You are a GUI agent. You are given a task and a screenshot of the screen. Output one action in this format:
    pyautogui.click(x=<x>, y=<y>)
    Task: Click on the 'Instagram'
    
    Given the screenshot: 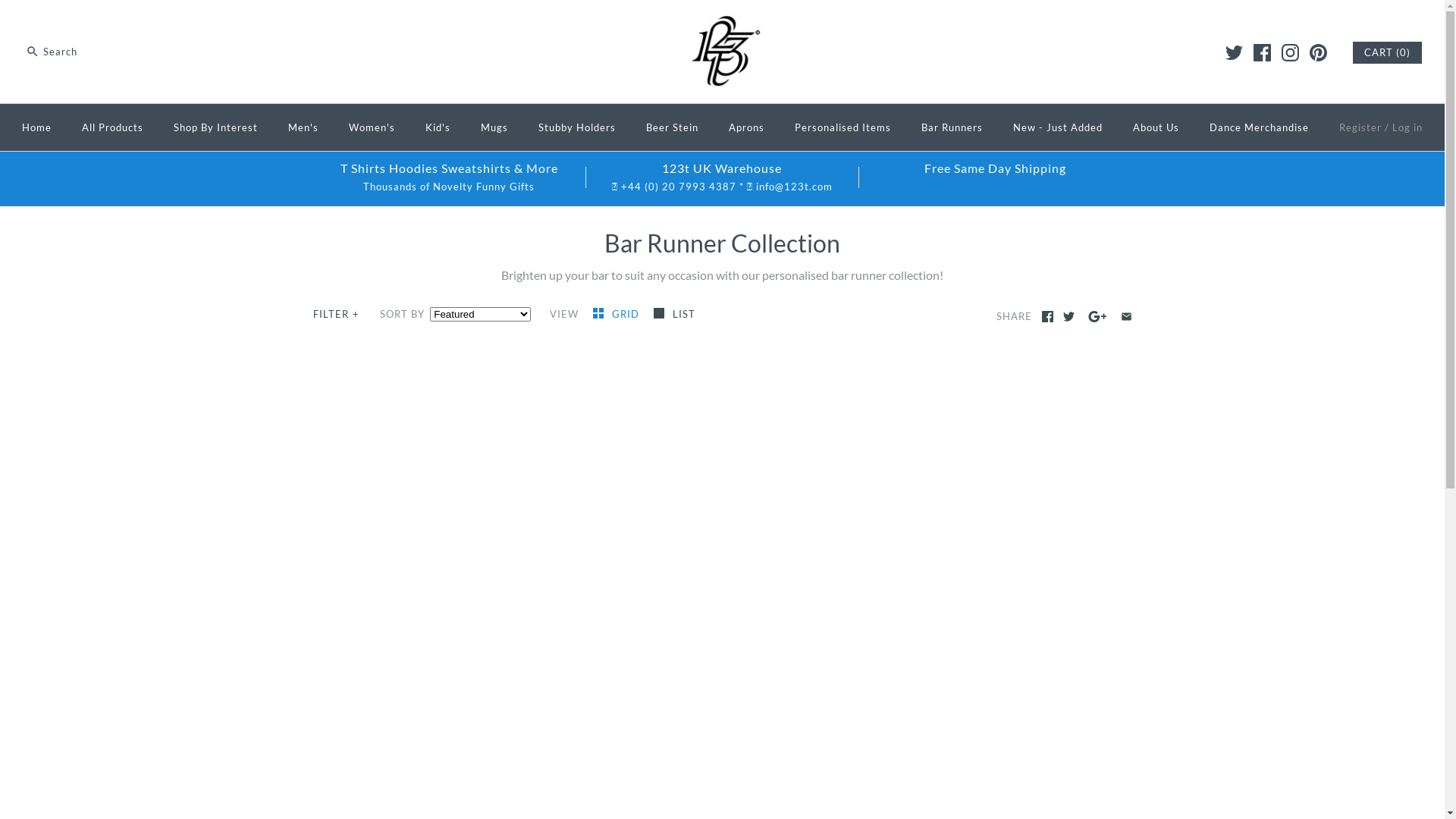 What is the action you would take?
    pyautogui.click(x=1289, y=52)
    